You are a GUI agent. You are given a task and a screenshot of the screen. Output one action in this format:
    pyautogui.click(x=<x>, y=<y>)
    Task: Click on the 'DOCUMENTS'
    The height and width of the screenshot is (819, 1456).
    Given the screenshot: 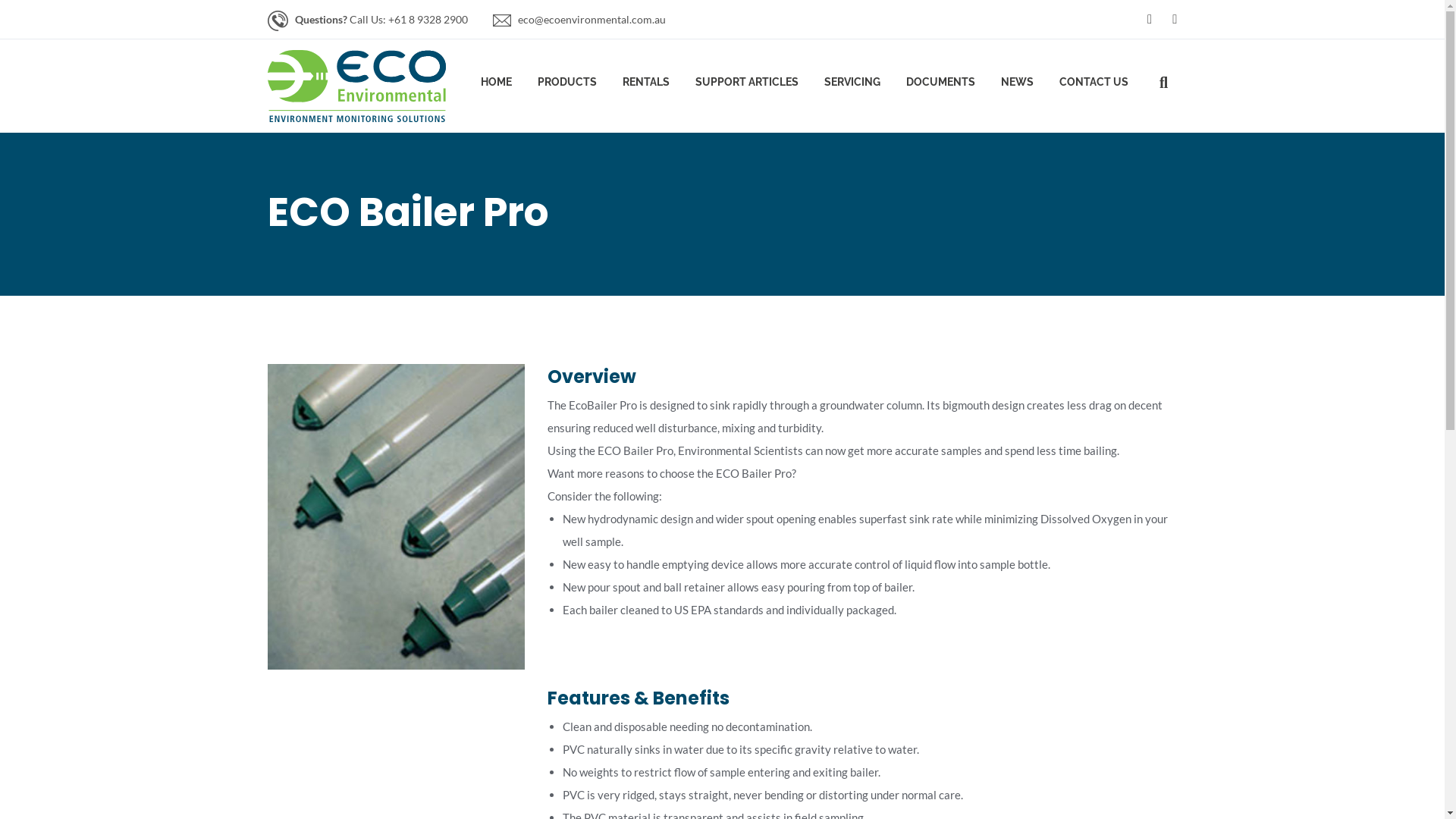 What is the action you would take?
    pyautogui.click(x=939, y=86)
    